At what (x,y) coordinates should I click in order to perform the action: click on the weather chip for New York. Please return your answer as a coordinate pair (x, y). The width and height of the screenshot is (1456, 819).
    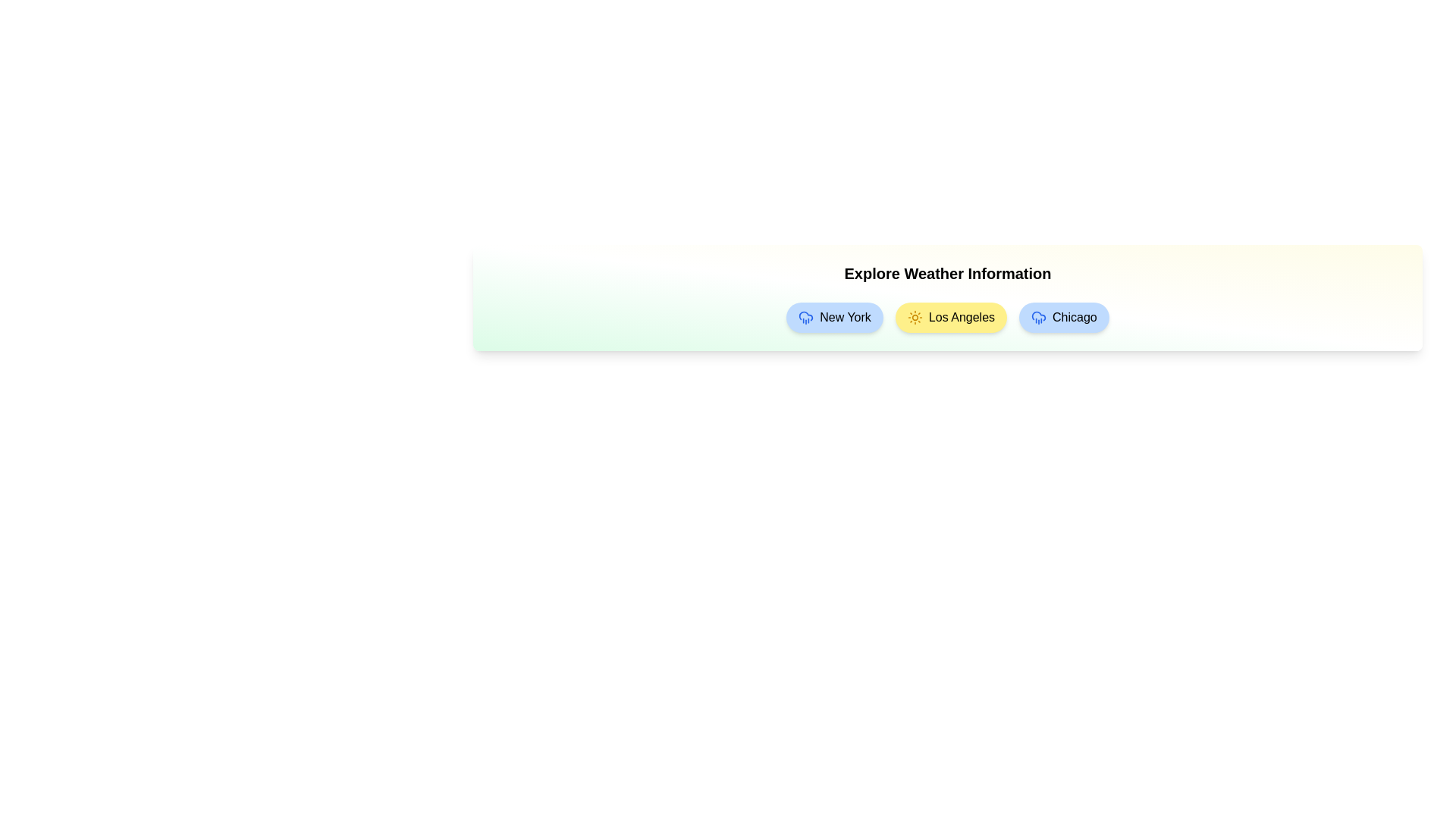
    Looking at the image, I should click on (833, 317).